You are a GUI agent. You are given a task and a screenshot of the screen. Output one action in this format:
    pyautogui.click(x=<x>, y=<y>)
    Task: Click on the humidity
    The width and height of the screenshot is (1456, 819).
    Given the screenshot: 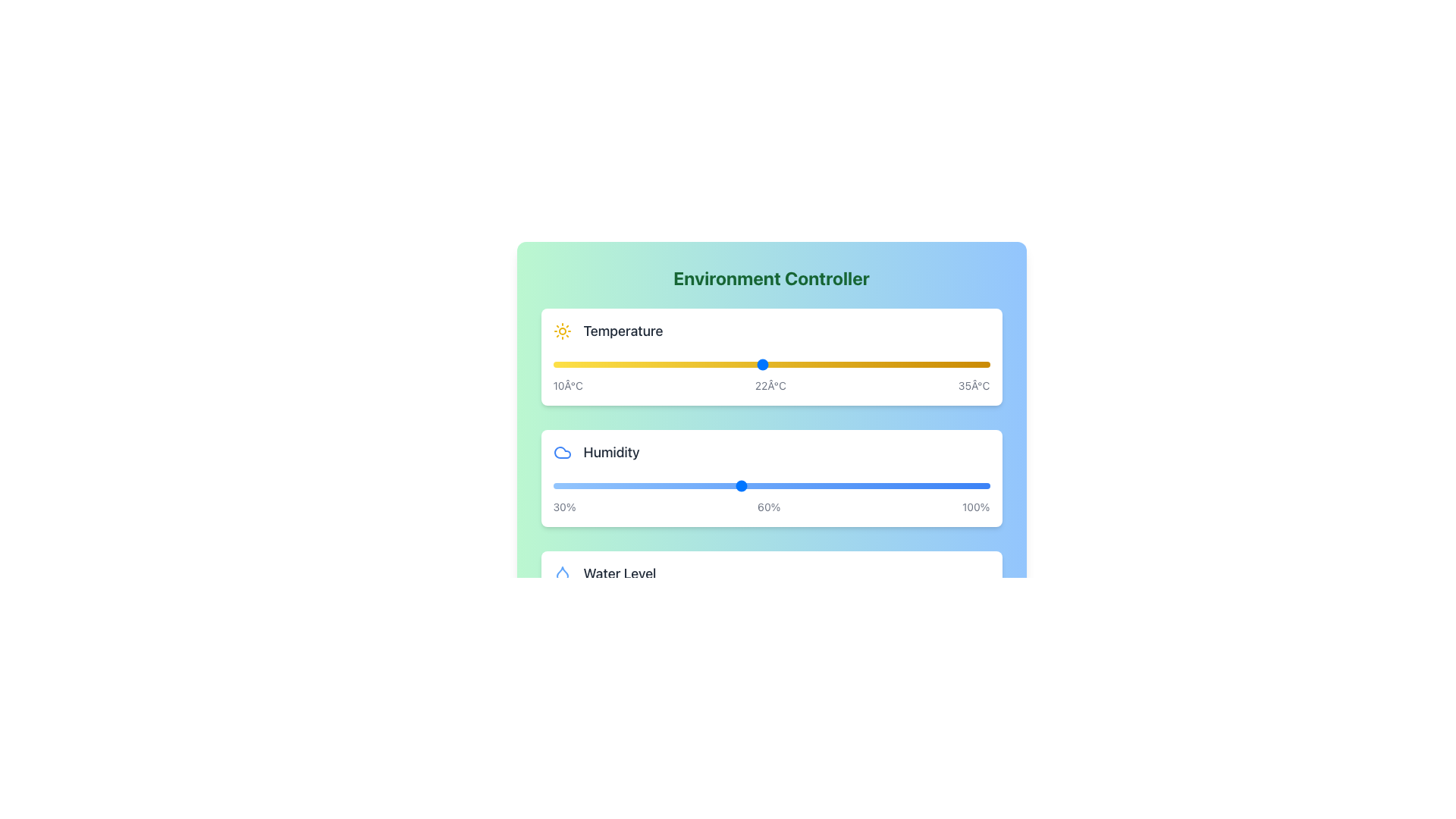 What is the action you would take?
    pyautogui.click(x=659, y=485)
    